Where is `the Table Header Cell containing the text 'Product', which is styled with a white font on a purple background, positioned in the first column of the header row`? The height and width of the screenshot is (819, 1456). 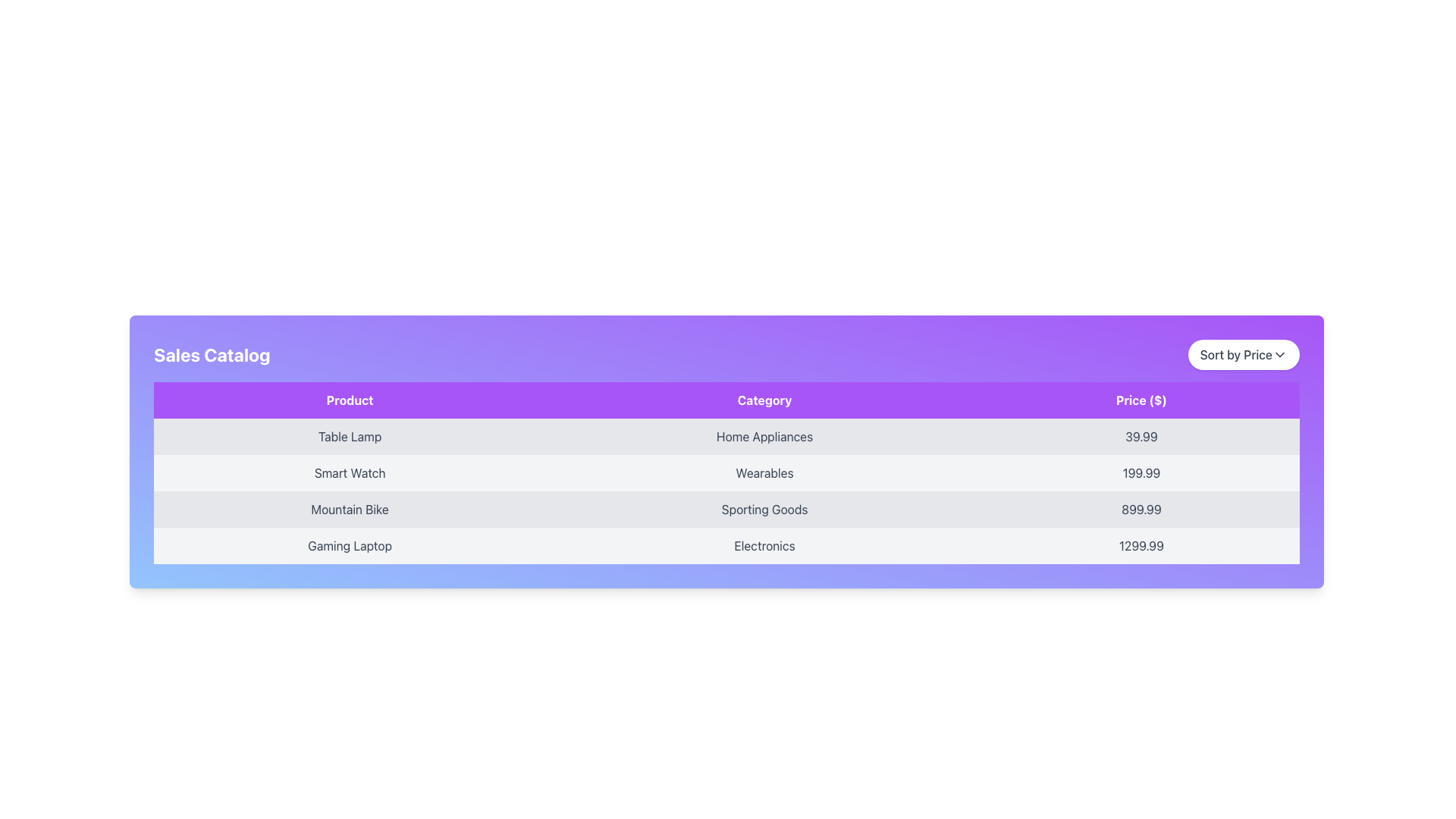 the Table Header Cell containing the text 'Product', which is styled with a white font on a purple background, positioned in the first column of the header row is located at coordinates (349, 400).